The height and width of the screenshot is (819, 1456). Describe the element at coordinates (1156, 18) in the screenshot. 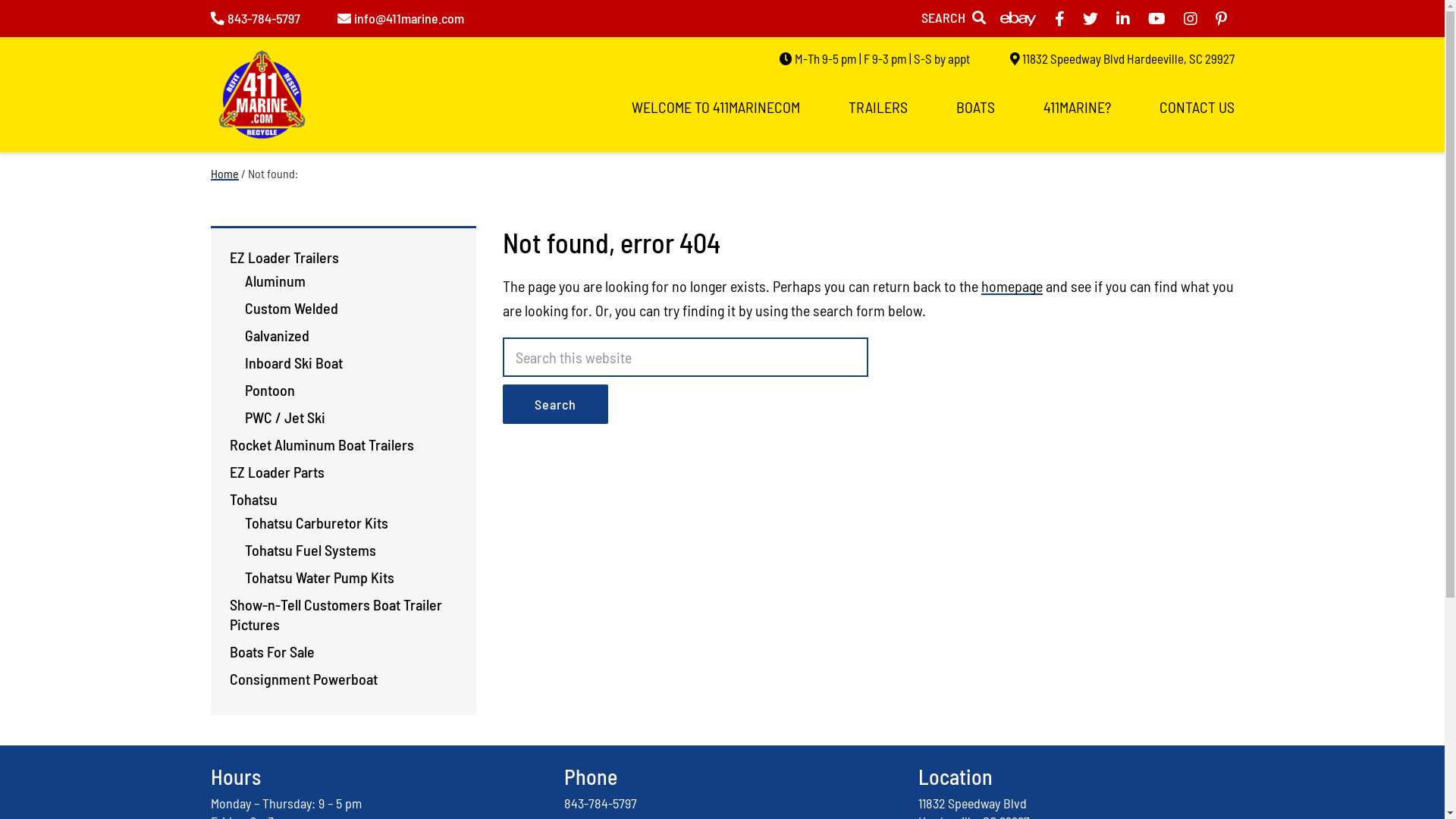

I see `'Youtube'` at that location.